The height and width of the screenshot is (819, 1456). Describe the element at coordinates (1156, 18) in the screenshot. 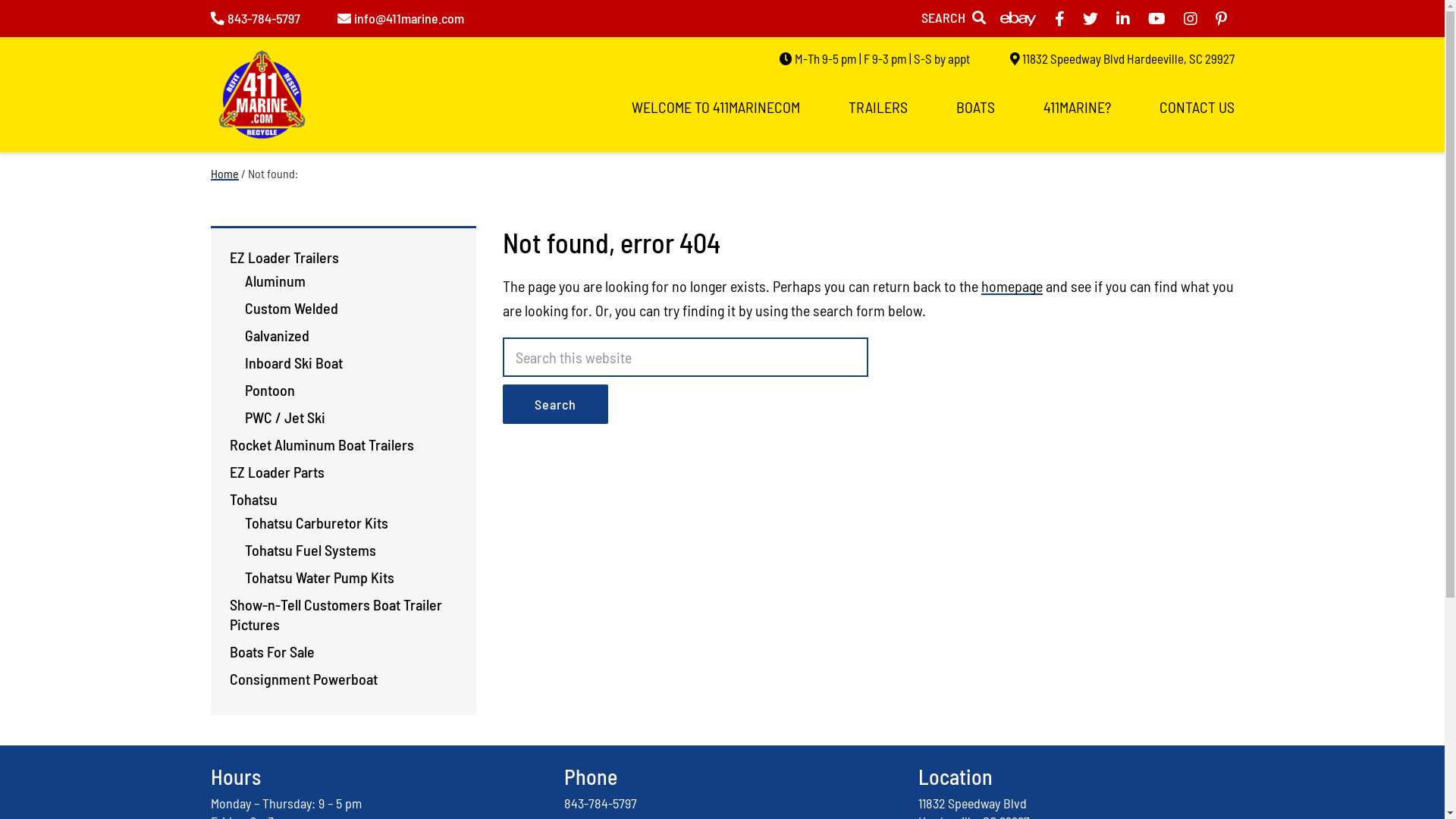

I see `'Youtube'` at that location.